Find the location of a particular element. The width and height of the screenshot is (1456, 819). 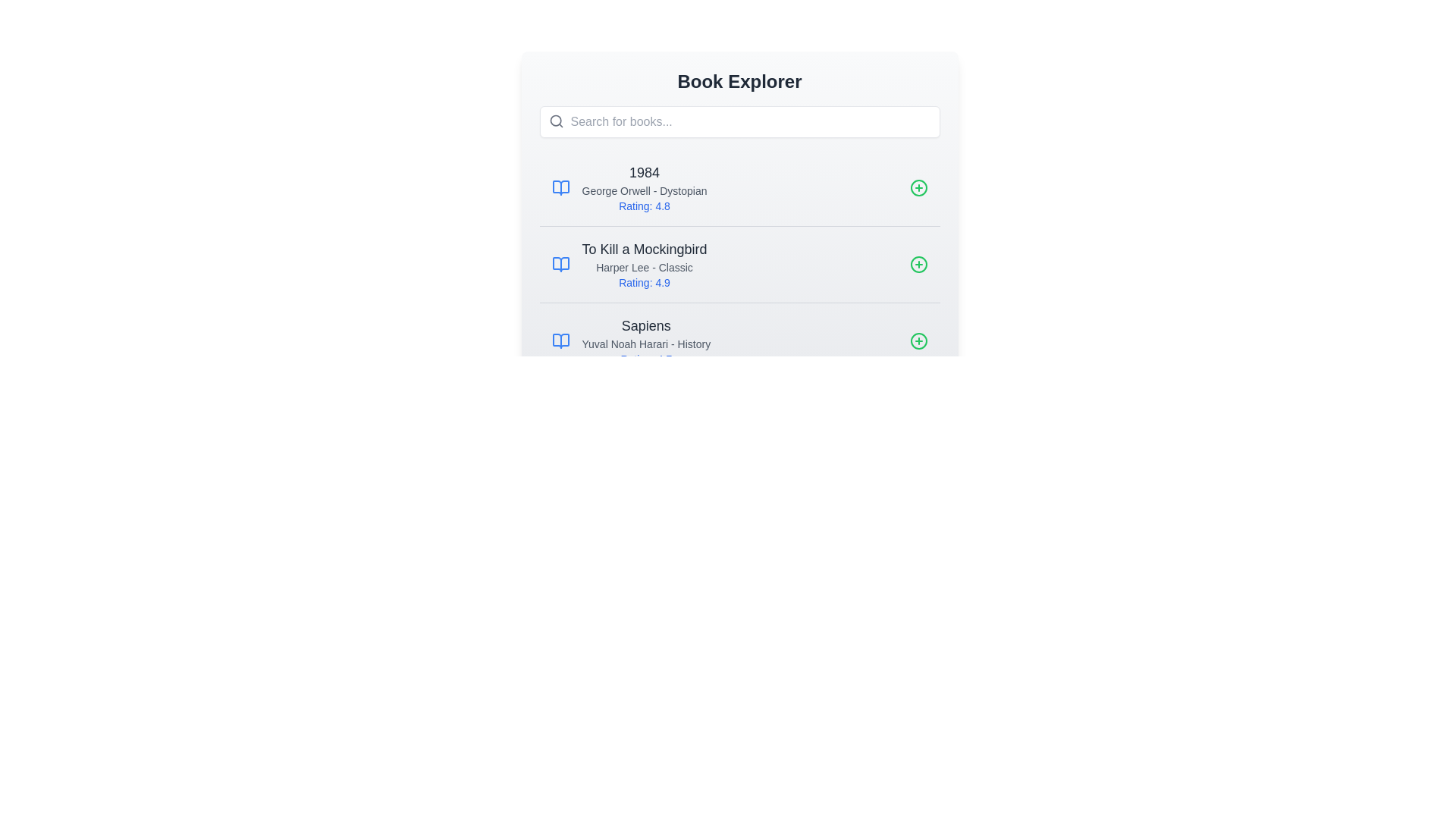

text label displaying 'Rating: 4.8' located below 'George Orwell - Dystopian' and above 'To Kill a Mockingbird' in the book description for '1984' is located at coordinates (644, 206).